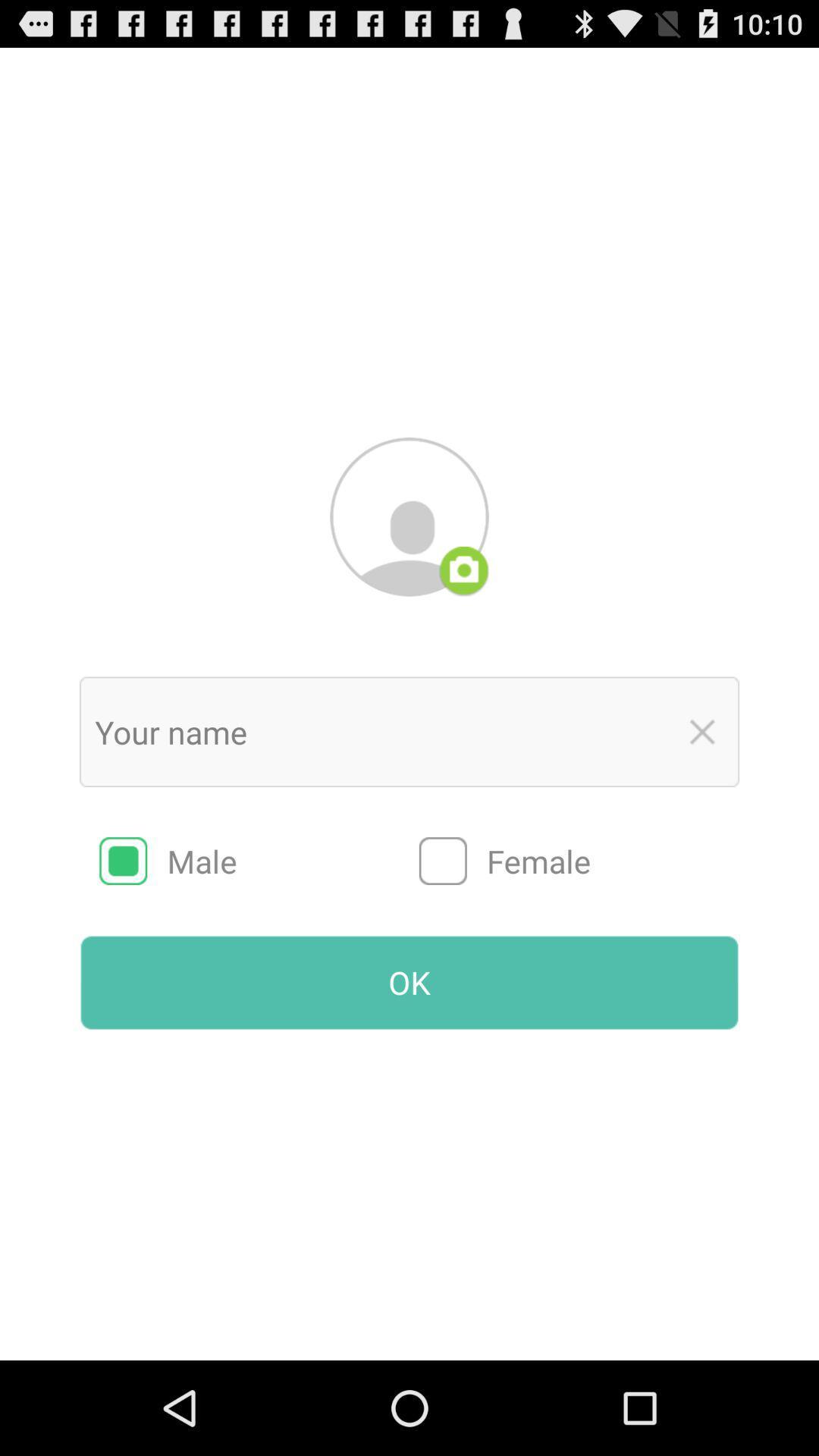 The width and height of the screenshot is (819, 1456). What do you see at coordinates (409, 516) in the screenshot?
I see `profile picture` at bounding box center [409, 516].